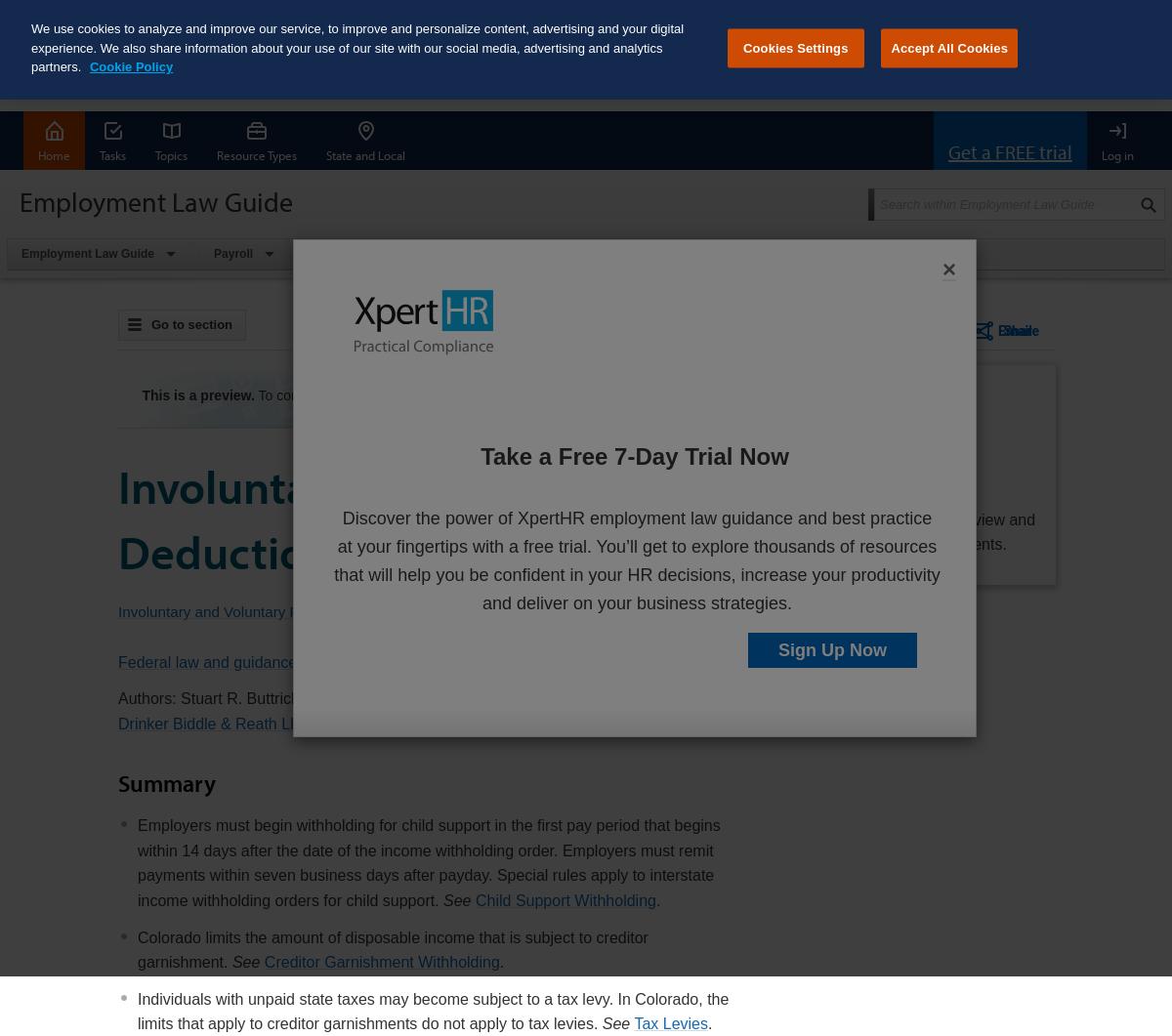  What do you see at coordinates (232, 251) in the screenshot?
I see `'Payroll'` at bounding box center [232, 251].